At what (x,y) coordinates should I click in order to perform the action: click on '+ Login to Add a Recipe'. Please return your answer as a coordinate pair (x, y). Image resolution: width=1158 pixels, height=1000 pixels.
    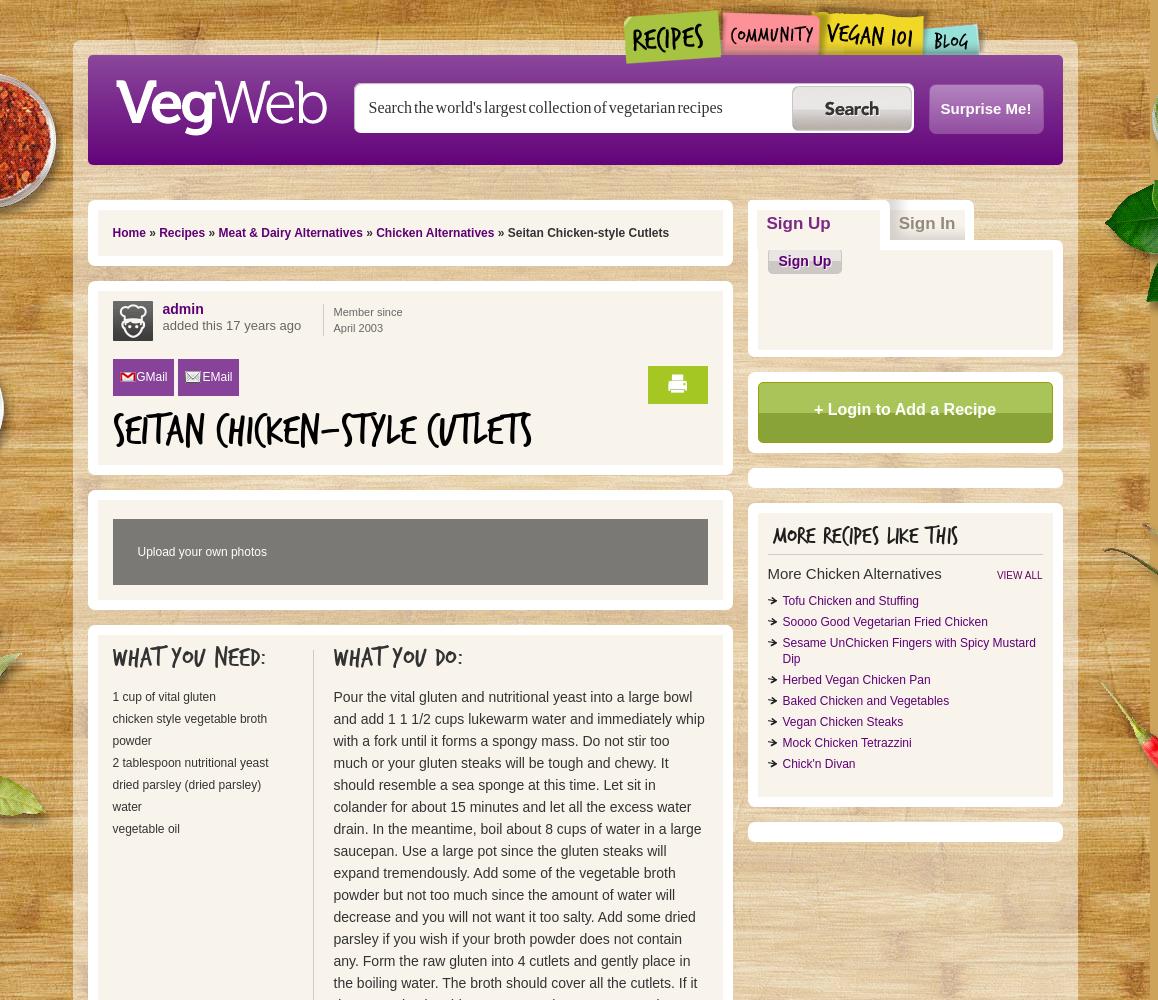
    Looking at the image, I should click on (904, 409).